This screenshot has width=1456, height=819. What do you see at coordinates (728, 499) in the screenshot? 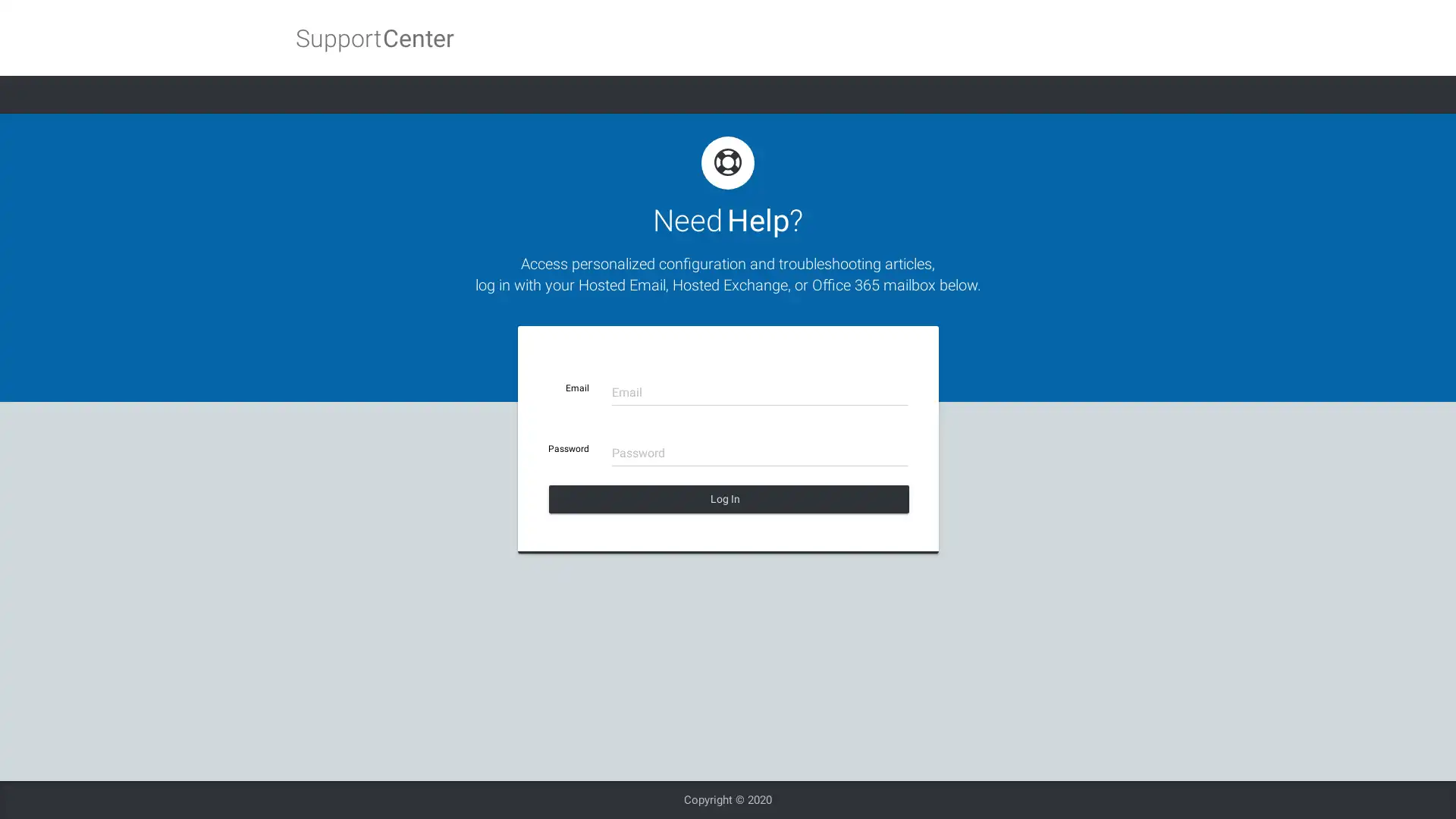
I see `Log In` at bounding box center [728, 499].